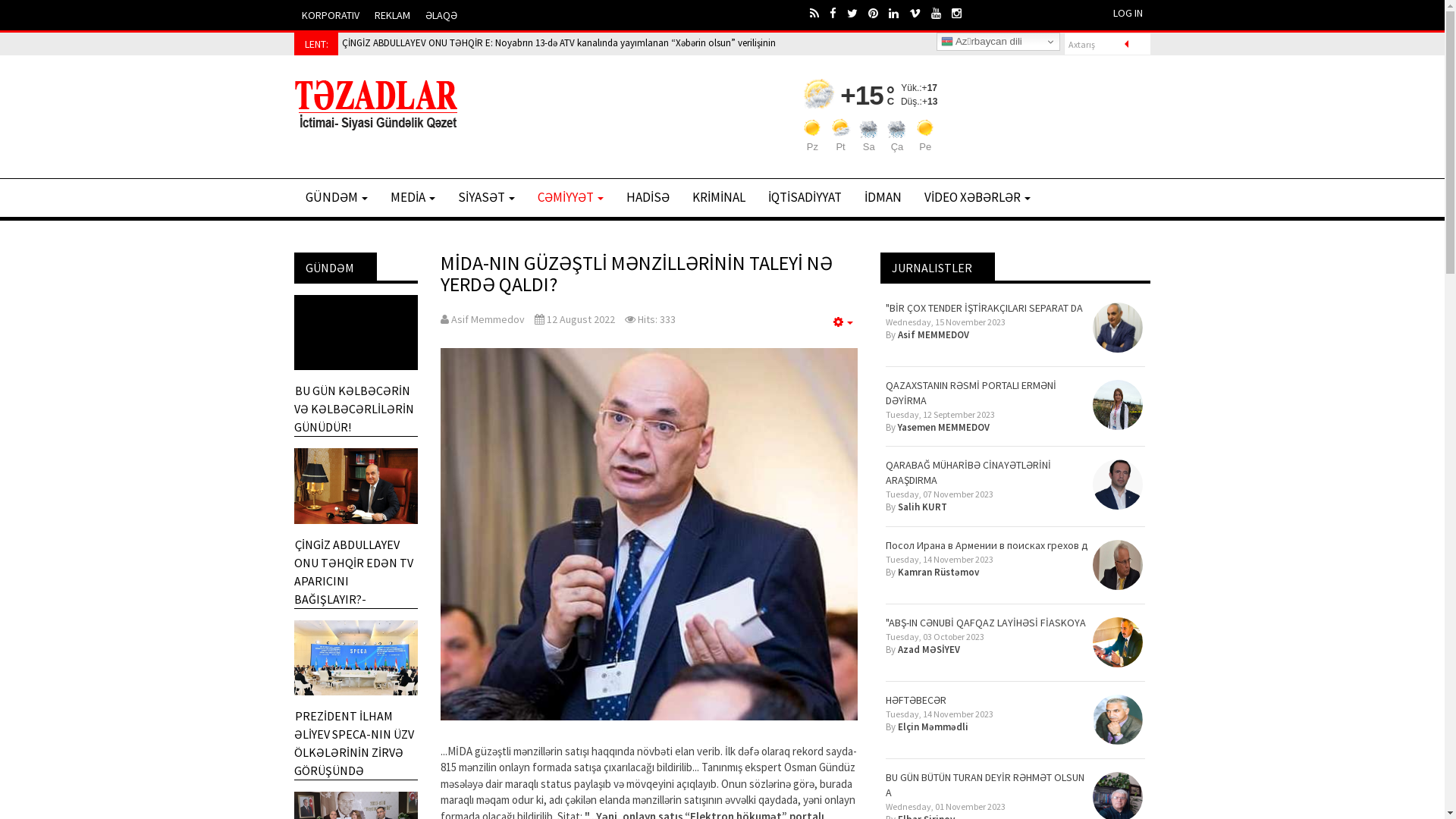 This screenshot has height=819, width=1456. I want to click on 'Salih KURT', so click(921, 507).